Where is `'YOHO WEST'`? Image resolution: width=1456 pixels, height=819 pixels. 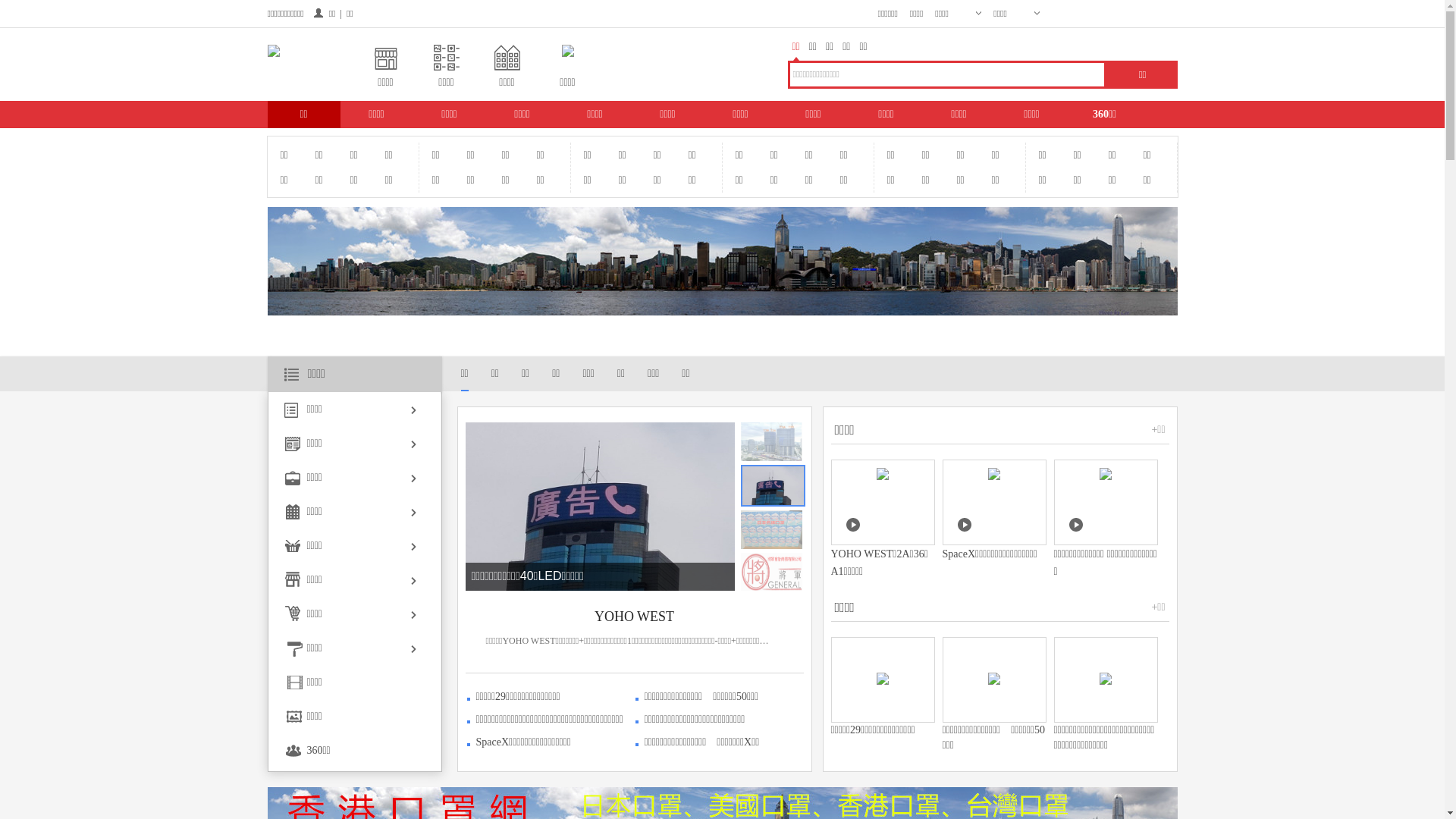 'YOHO WEST' is located at coordinates (634, 617).